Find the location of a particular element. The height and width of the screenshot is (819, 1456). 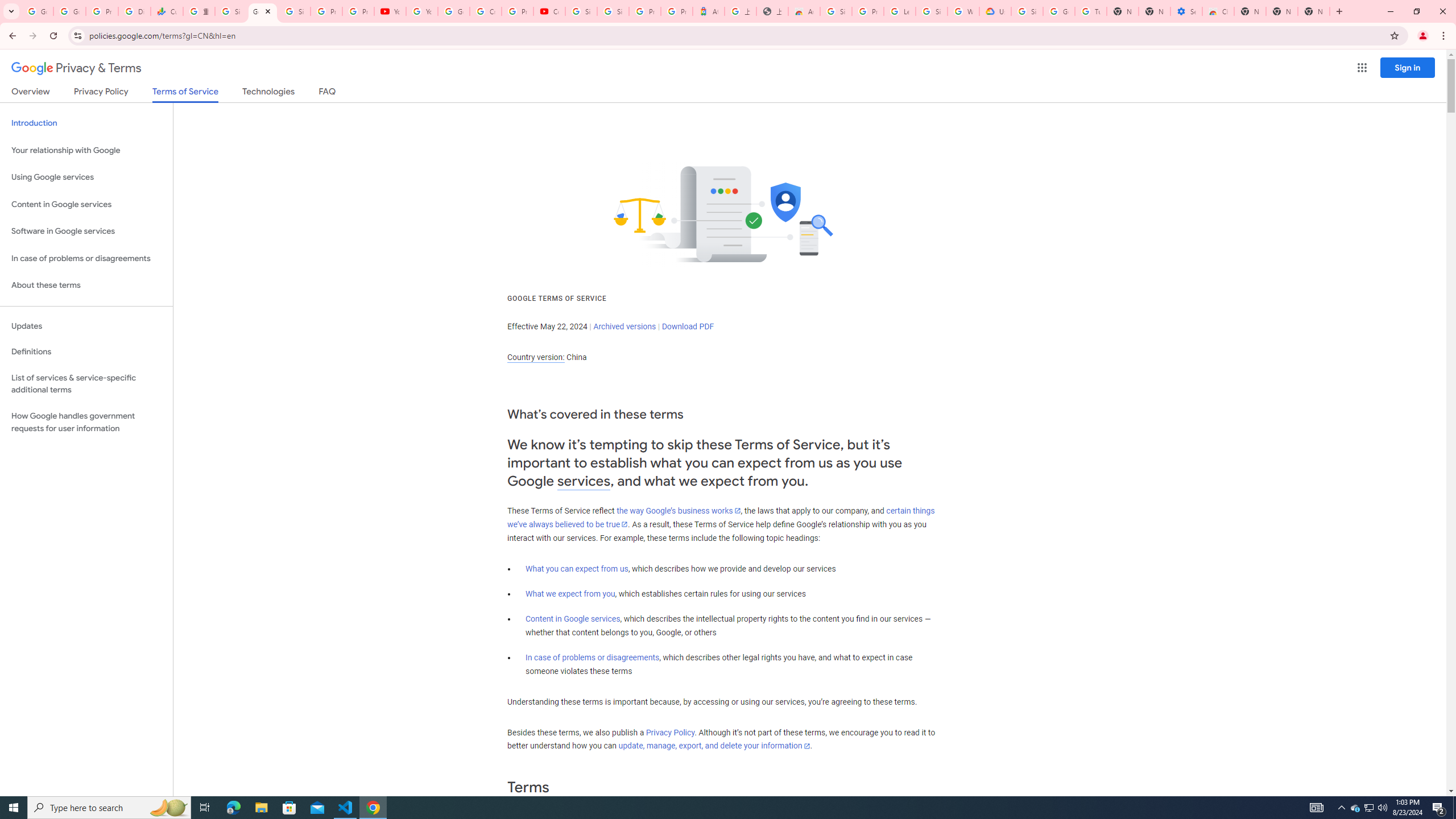

'Awesome Screen Recorder & Screenshot - Chrome Web Store' is located at coordinates (804, 11).